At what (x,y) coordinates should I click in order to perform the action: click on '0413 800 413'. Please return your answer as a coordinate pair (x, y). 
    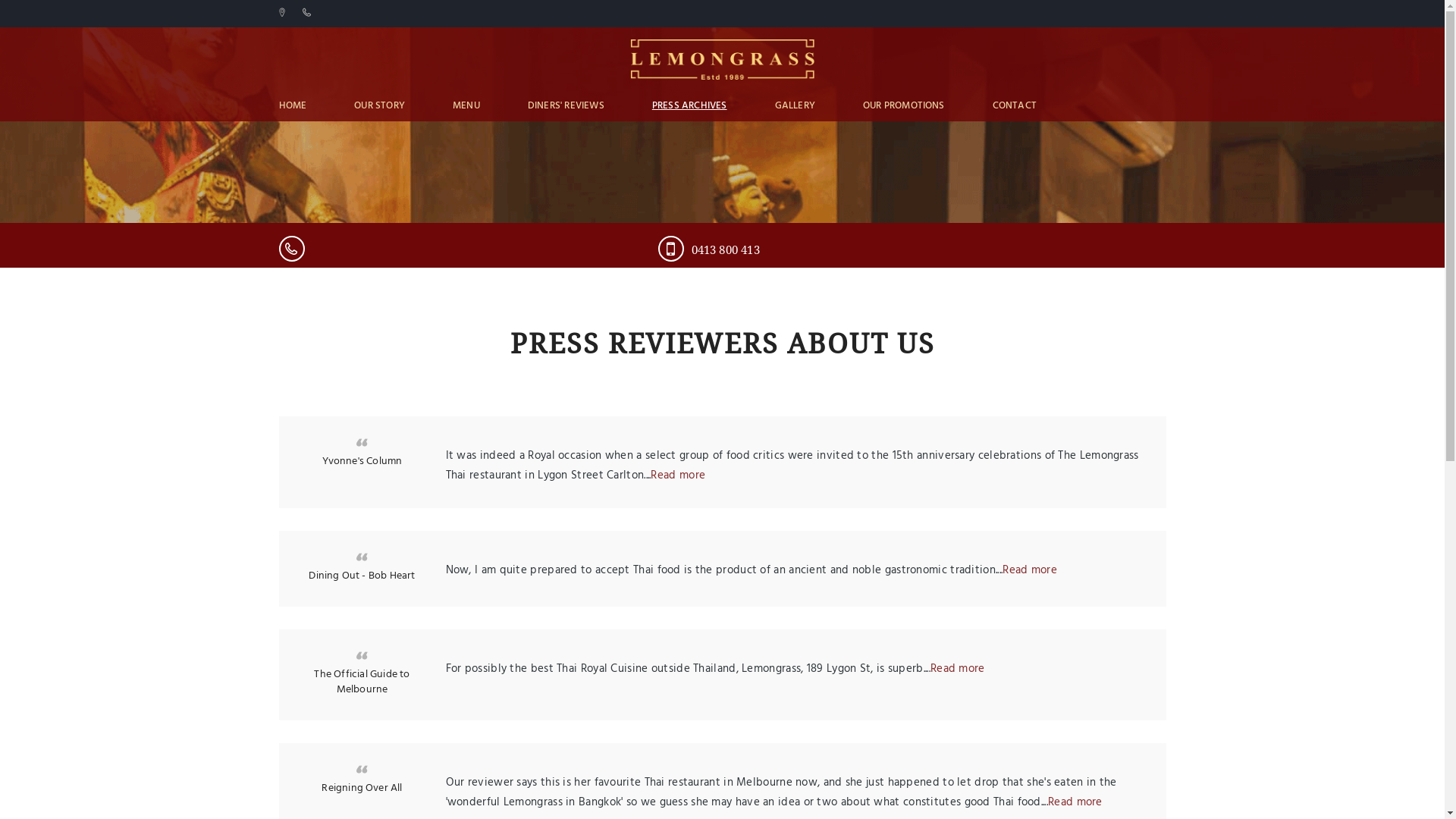
    Looking at the image, I should click on (797, 249).